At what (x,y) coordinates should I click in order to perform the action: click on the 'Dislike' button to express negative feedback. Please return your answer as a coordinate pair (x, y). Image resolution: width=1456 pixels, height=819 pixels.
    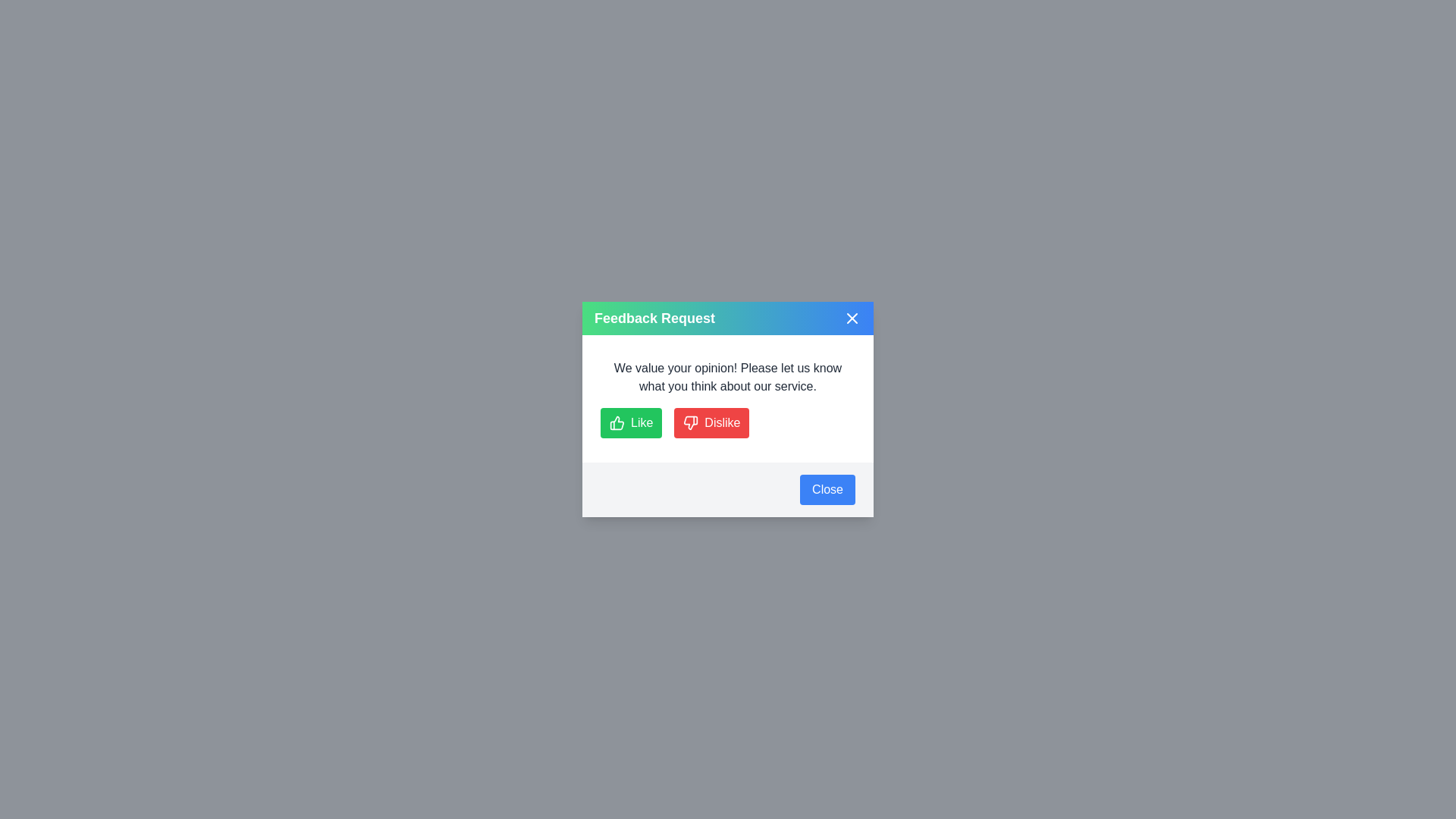
    Looking at the image, I should click on (710, 423).